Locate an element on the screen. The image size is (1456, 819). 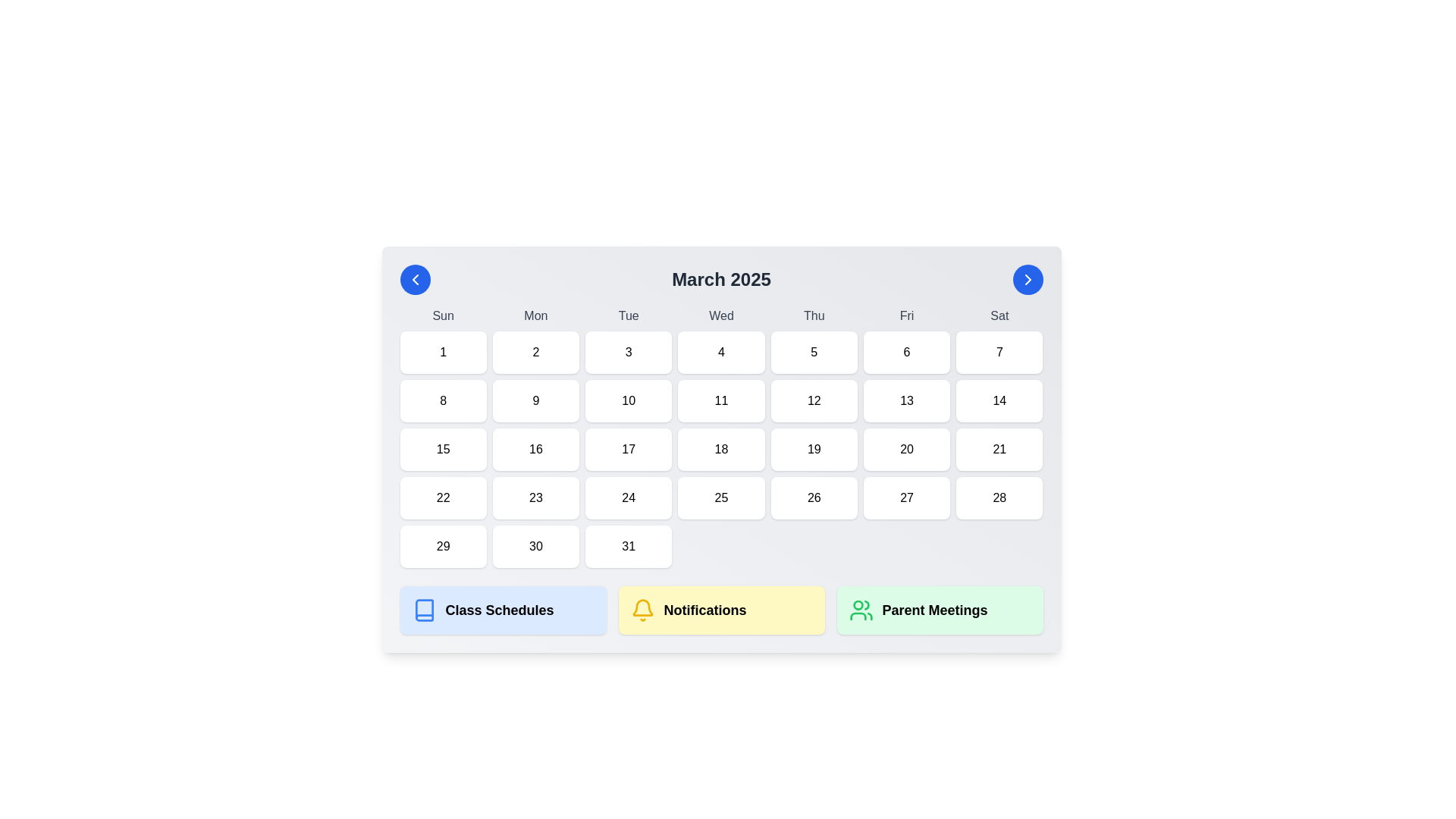
the calendar button representing the date '27' located in the sixth column and fifth row under the 'Fri' header to trigger visual feedback is located at coordinates (906, 497).